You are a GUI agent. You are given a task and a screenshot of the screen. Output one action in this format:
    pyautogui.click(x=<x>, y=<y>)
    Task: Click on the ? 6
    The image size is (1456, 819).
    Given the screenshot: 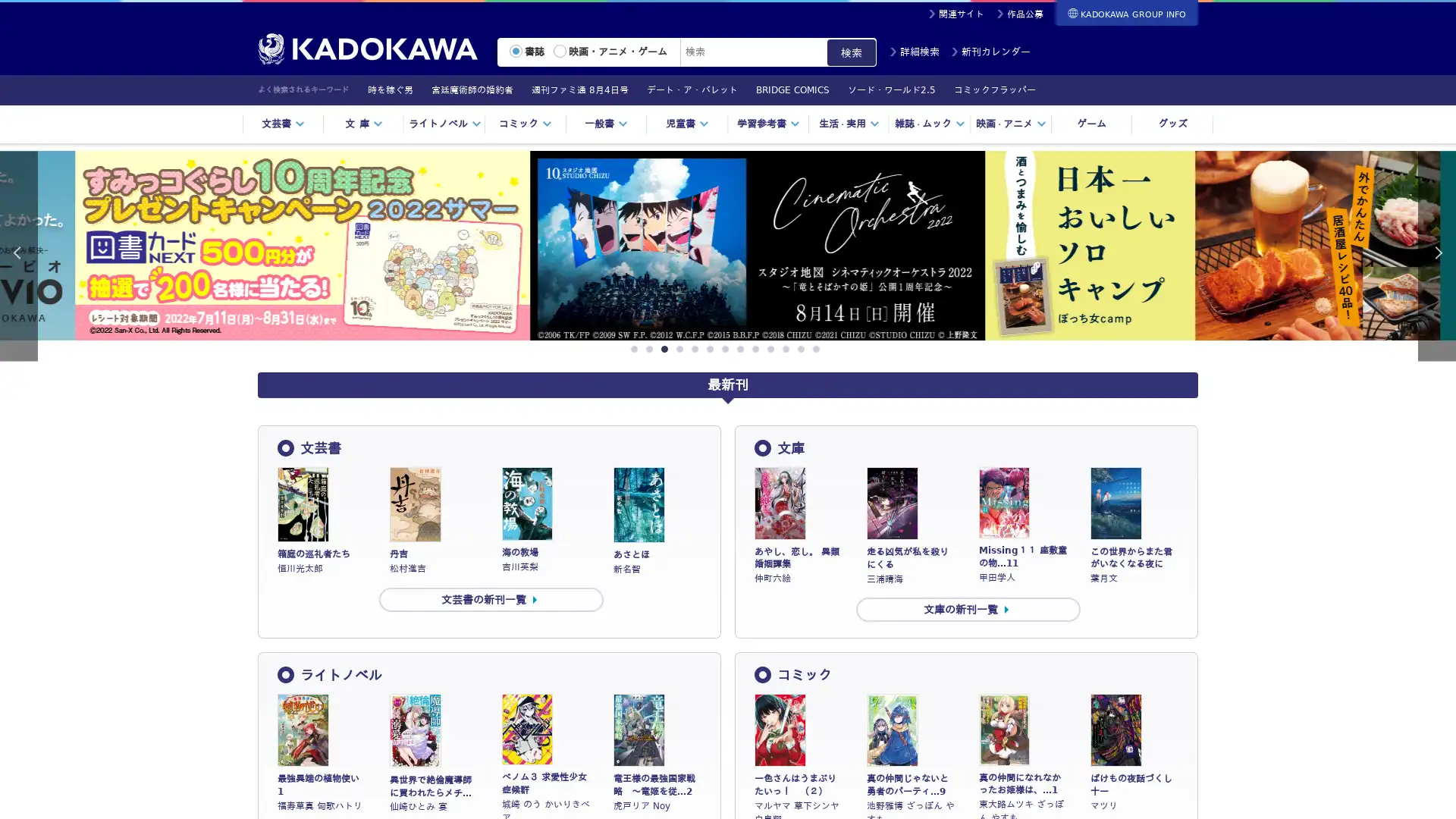 What is the action you would take?
    pyautogui.click(x=799, y=114)
    